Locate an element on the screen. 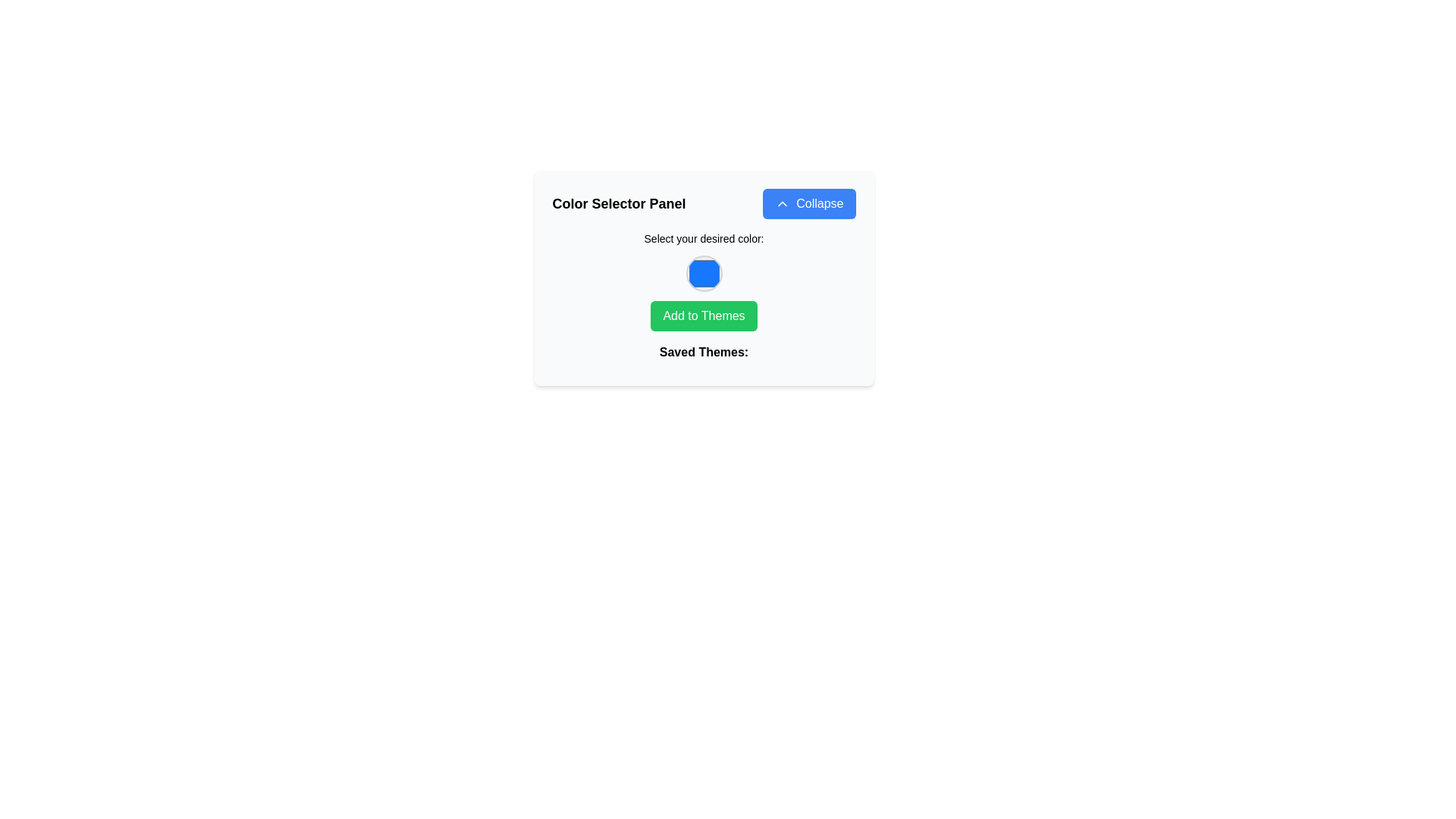 The height and width of the screenshot is (819, 1456). and confirm the circular color button with a blue background located in the center of the 'Color Selector Panel' under the text 'Select your desired color:' and above the green 'Add to Themes' button is located at coordinates (703, 278).